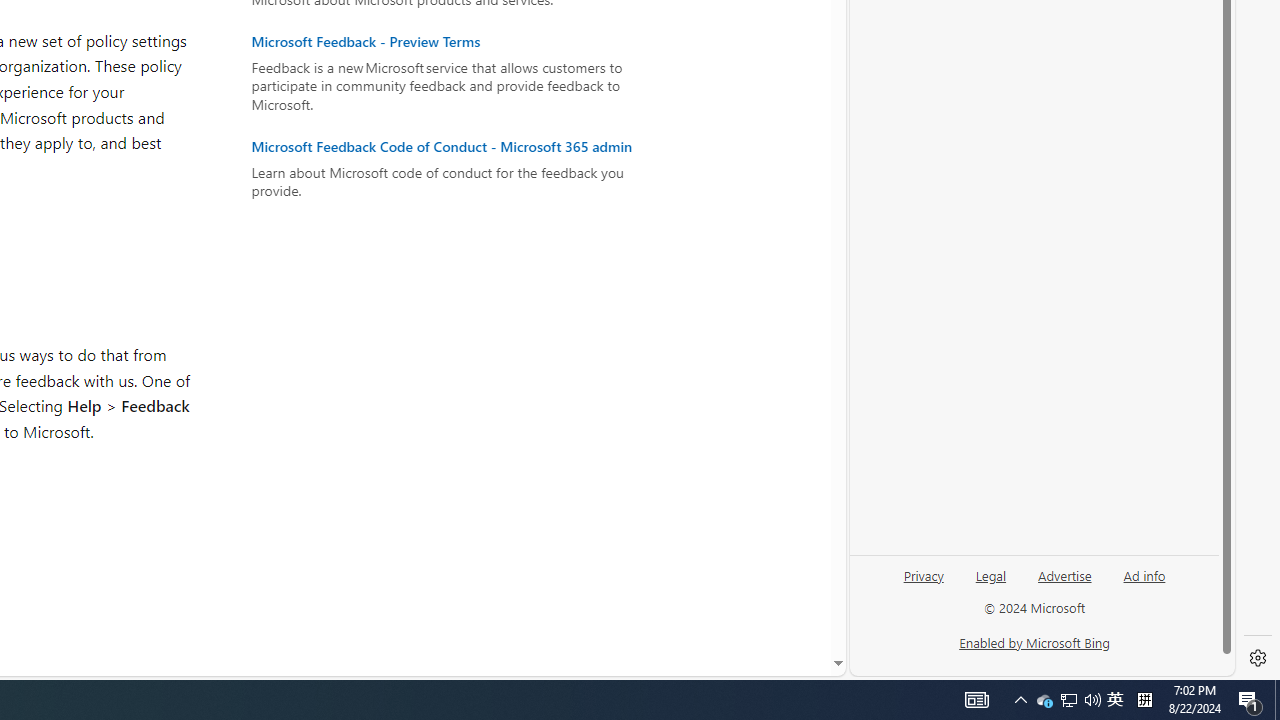  What do you see at coordinates (1257, 658) in the screenshot?
I see `'Settings'` at bounding box center [1257, 658].